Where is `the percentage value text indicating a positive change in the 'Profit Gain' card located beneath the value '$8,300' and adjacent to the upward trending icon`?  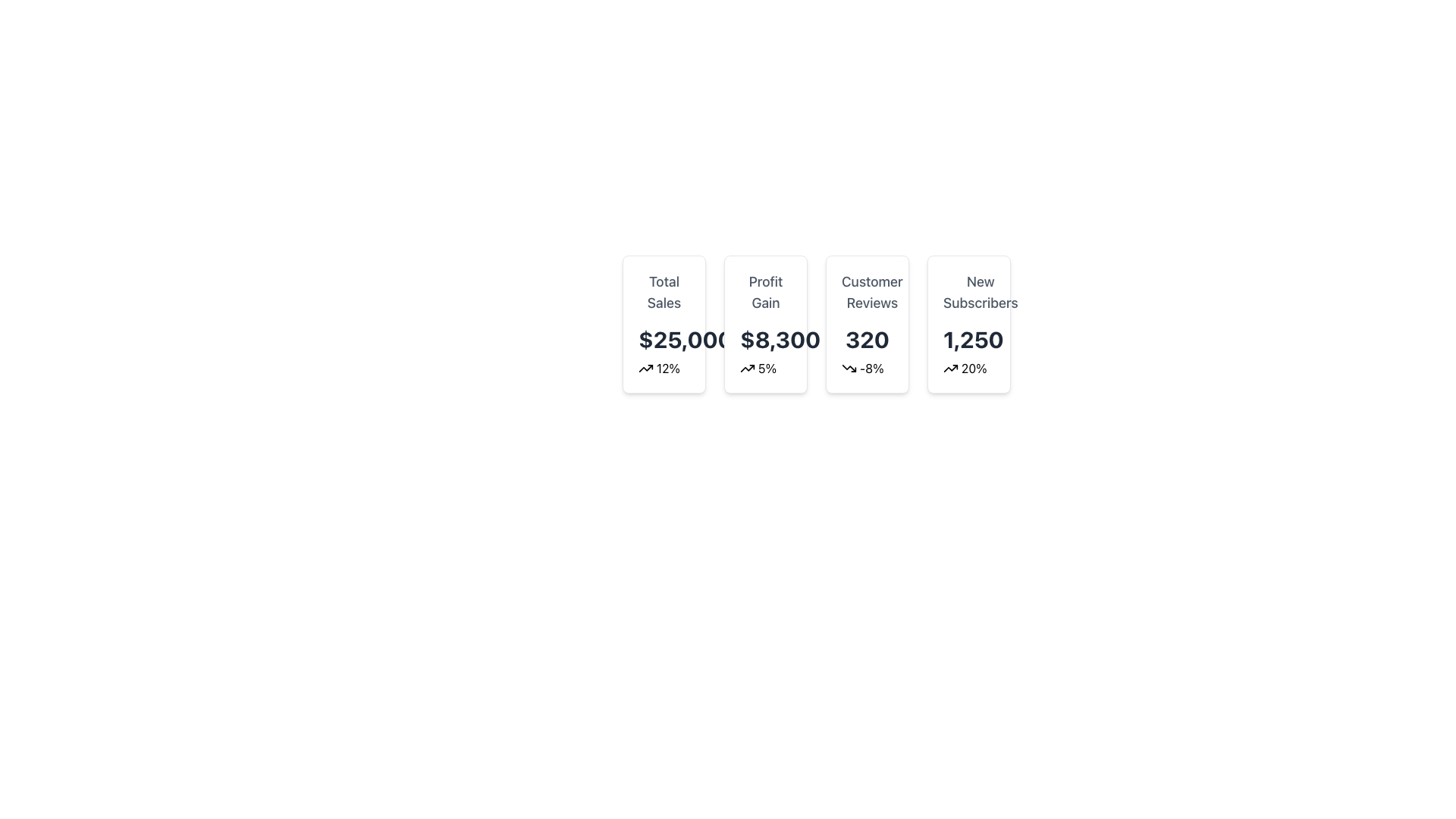
the percentage value text indicating a positive change in the 'Profit Gain' card located beneath the value '$8,300' and adjacent to the upward trending icon is located at coordinates (767, 369).